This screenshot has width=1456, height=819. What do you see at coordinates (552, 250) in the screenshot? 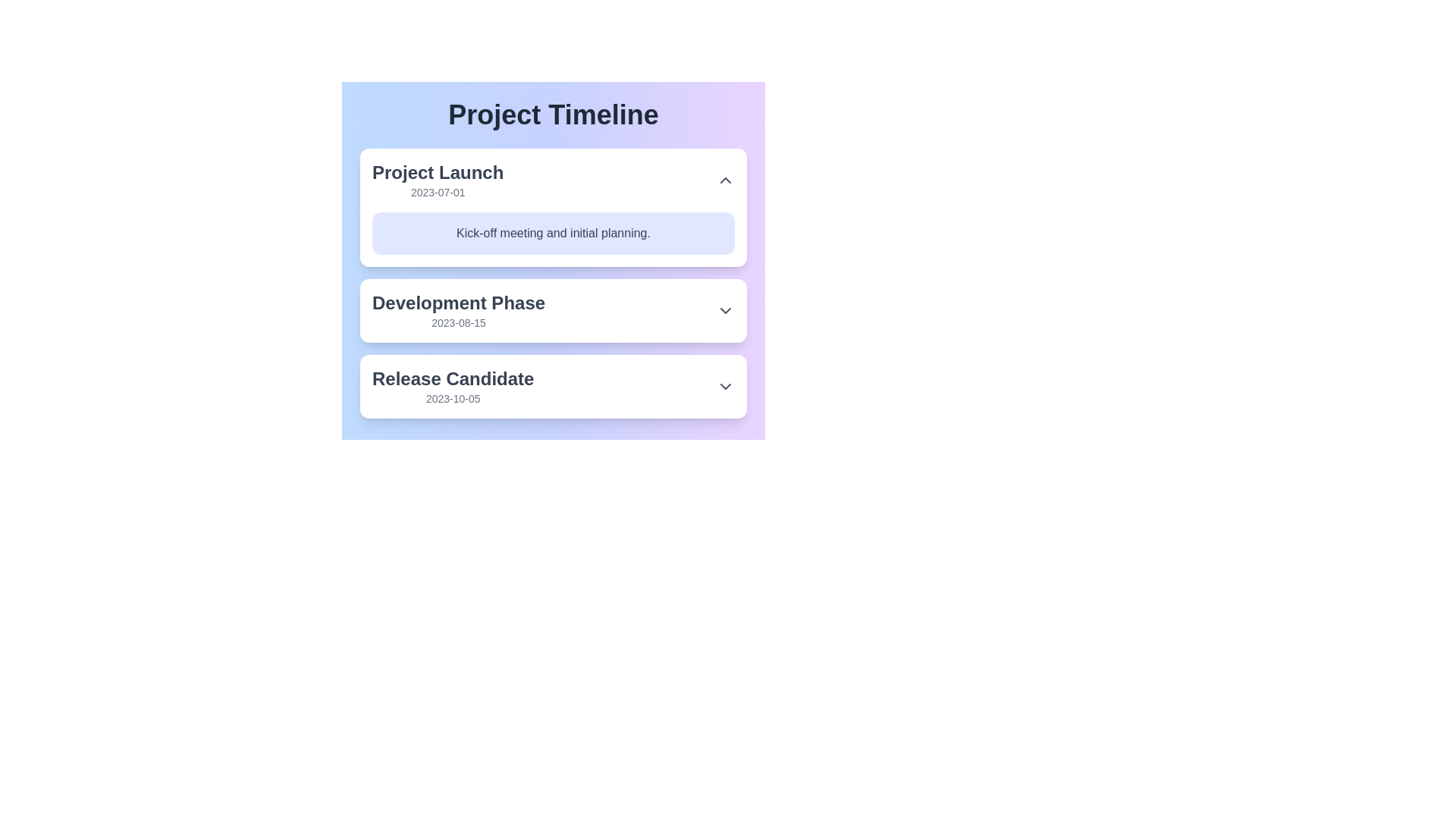
I see `the first phase card in the project timeline, which displays the phase title, date, and description` at bounding box center [552, 250].